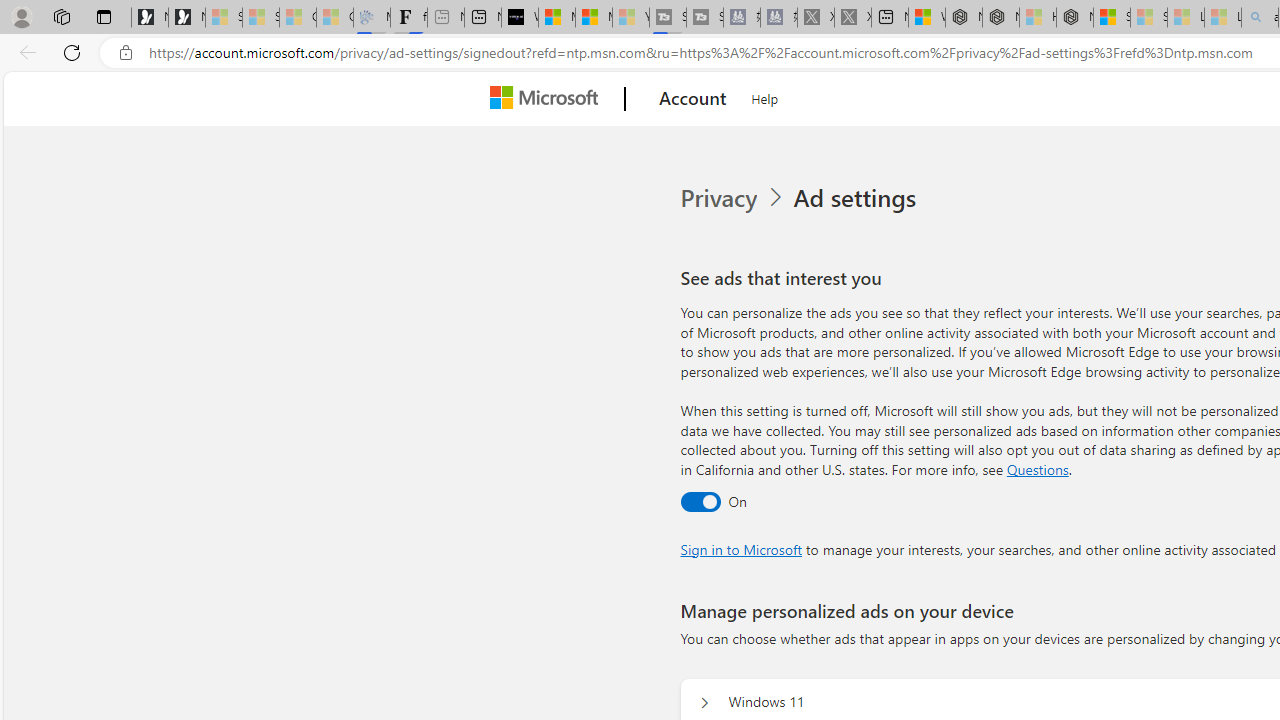  I want to click on 'Sign in to Microsoft', so click(740, 549).